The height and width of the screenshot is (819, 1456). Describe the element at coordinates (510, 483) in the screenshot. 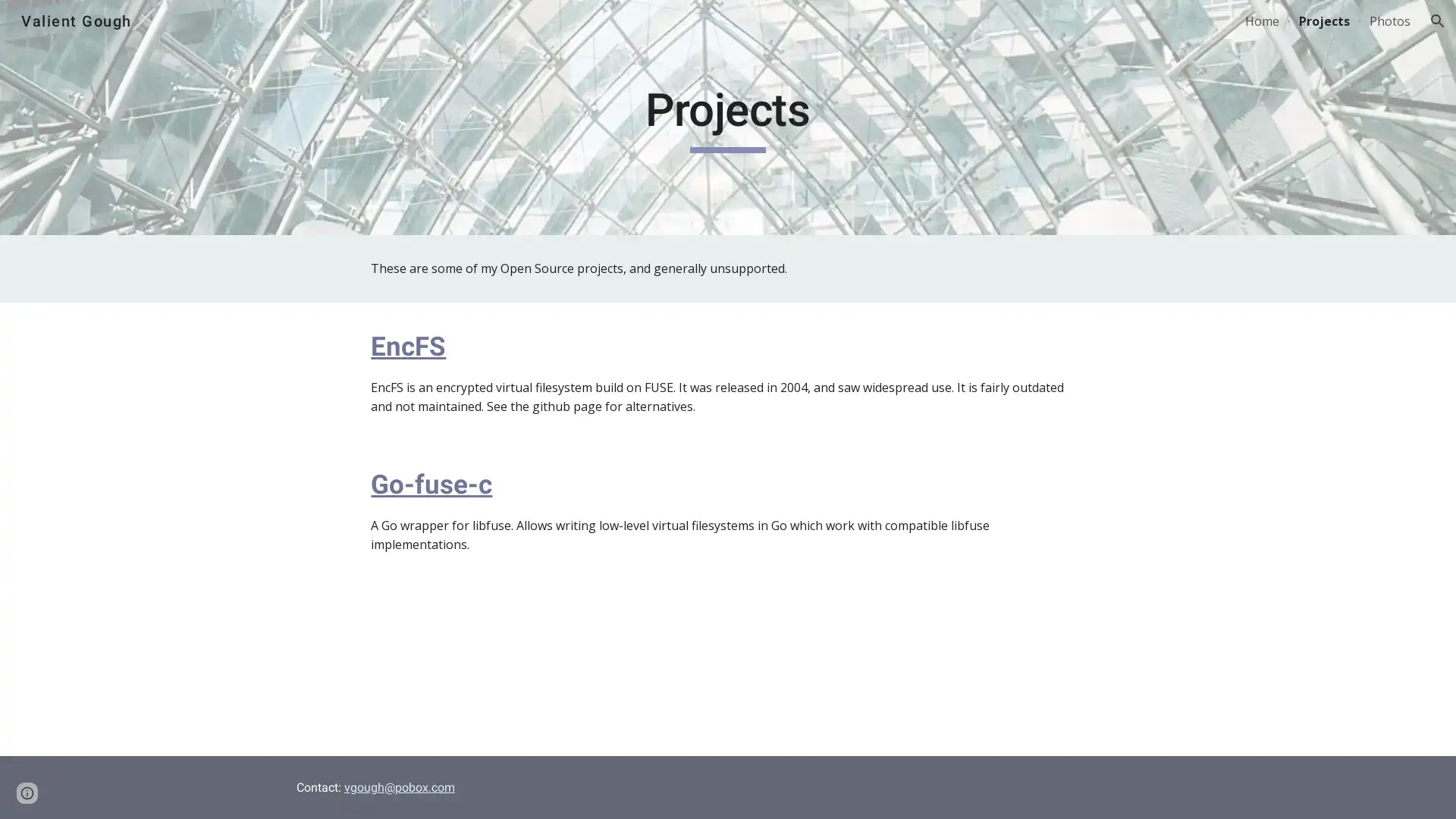

I see `Copy heading link` at that location.